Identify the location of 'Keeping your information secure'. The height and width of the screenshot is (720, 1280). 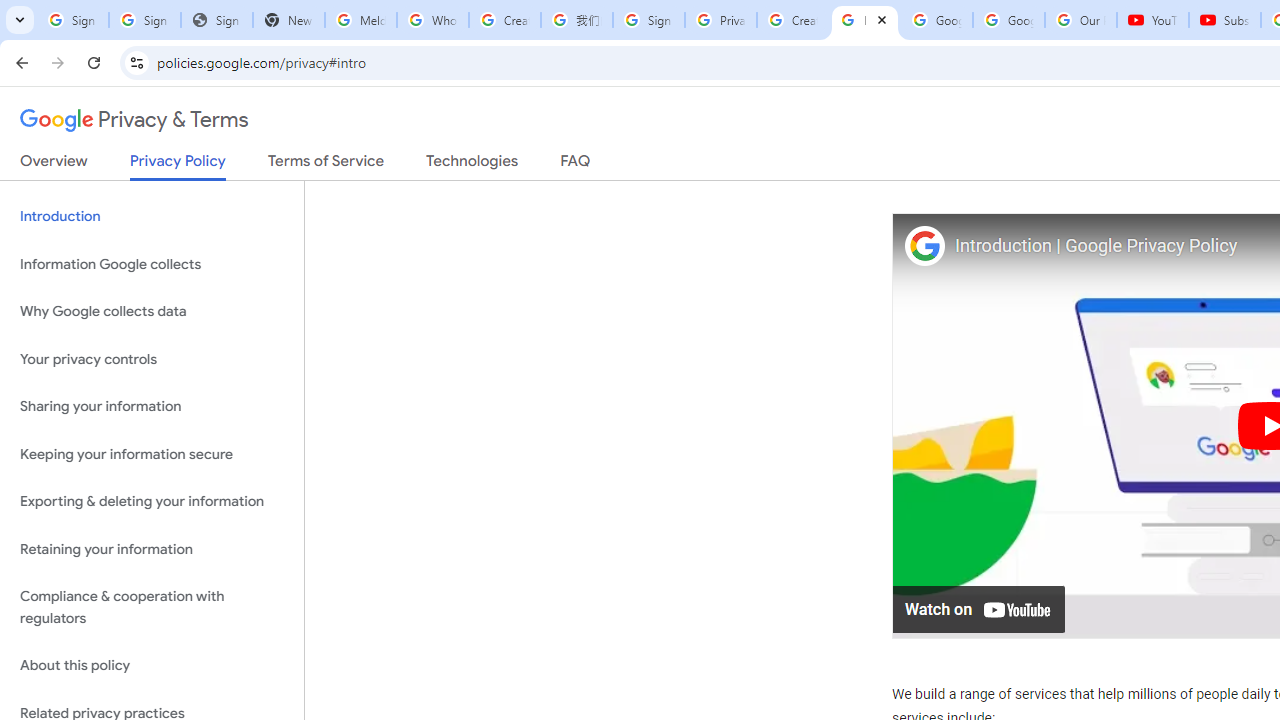
(151, 454).